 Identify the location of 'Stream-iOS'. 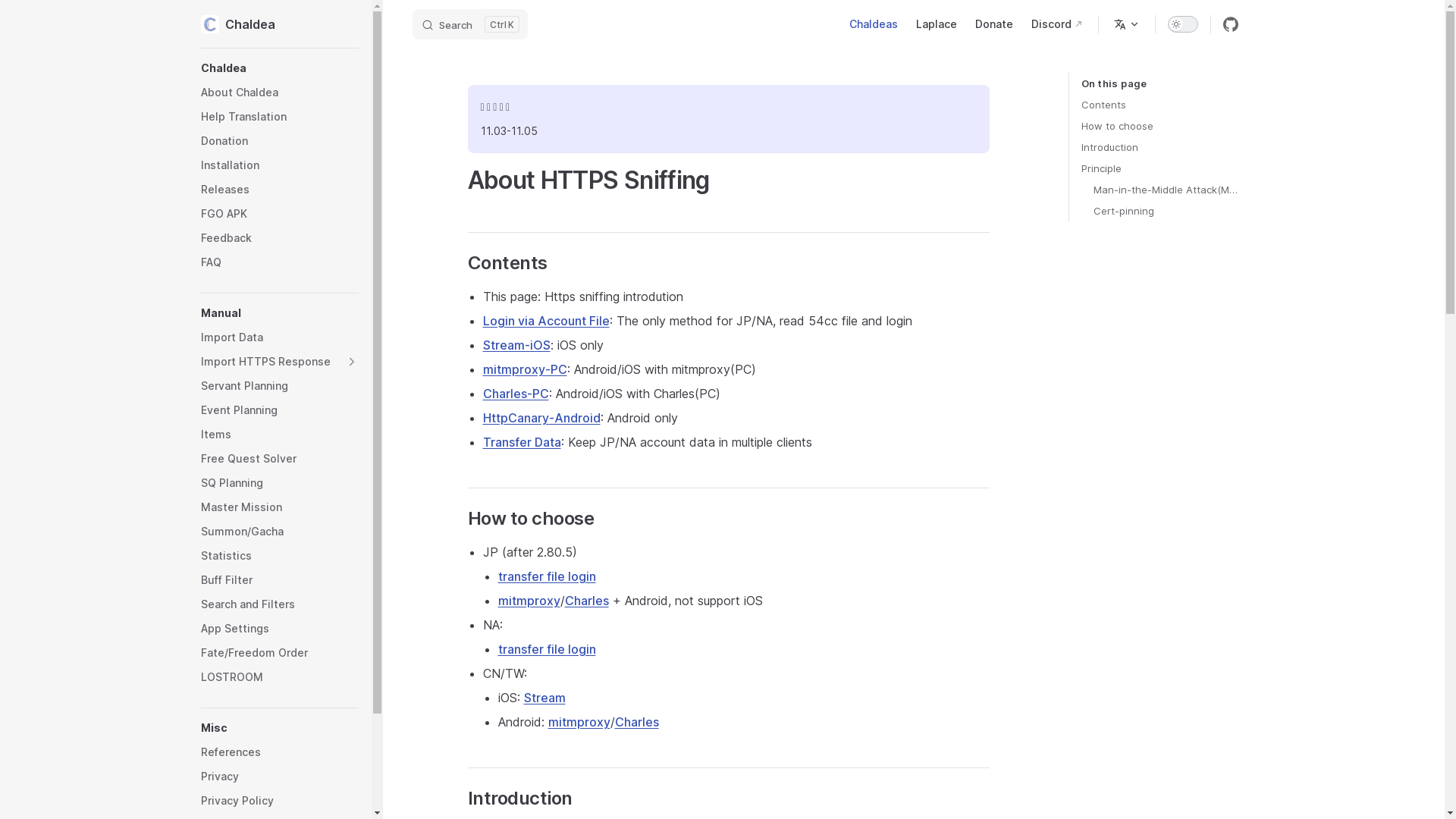
(516, 345).